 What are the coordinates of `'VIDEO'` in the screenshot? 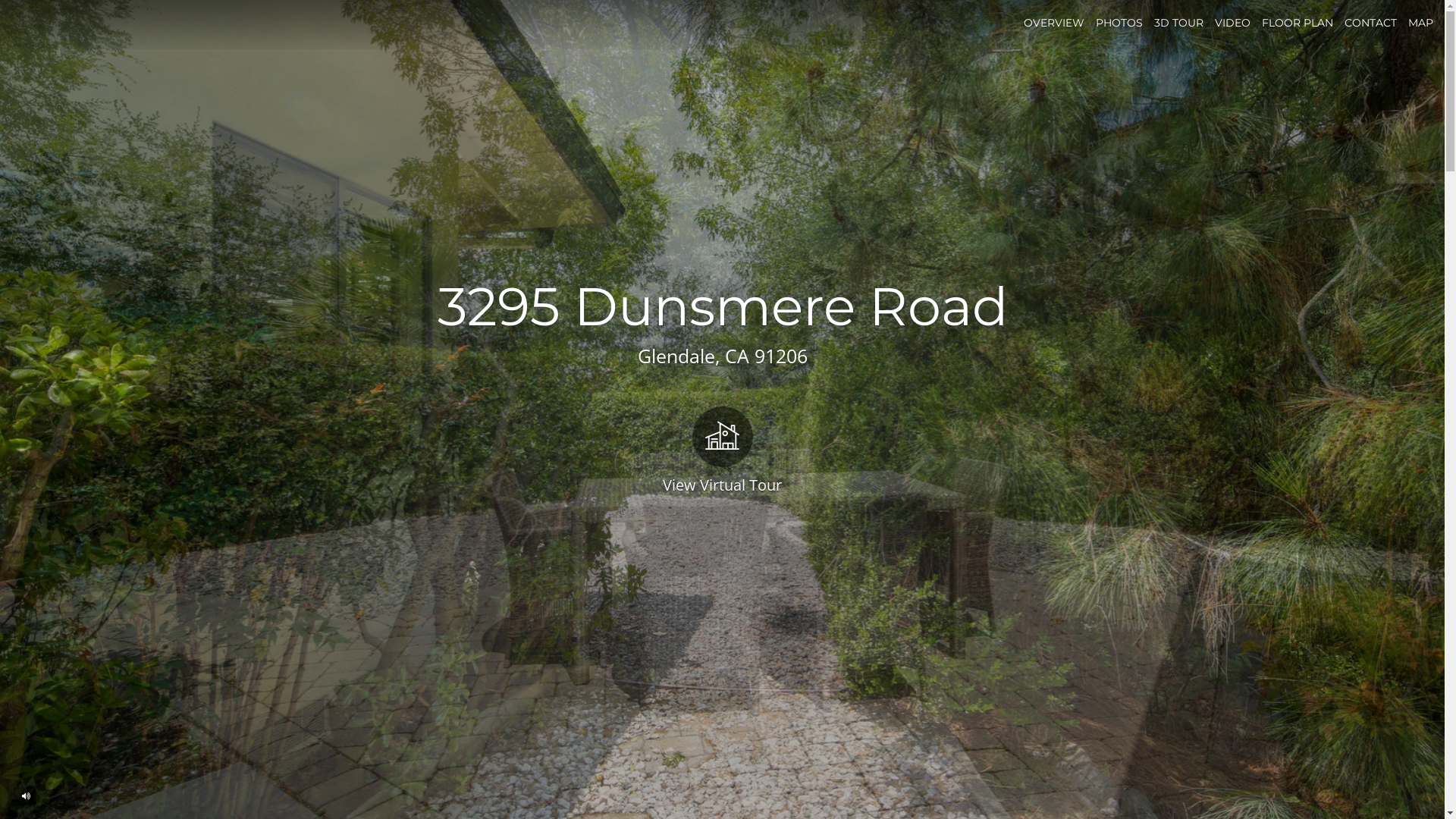 It's located at (1215, 23).